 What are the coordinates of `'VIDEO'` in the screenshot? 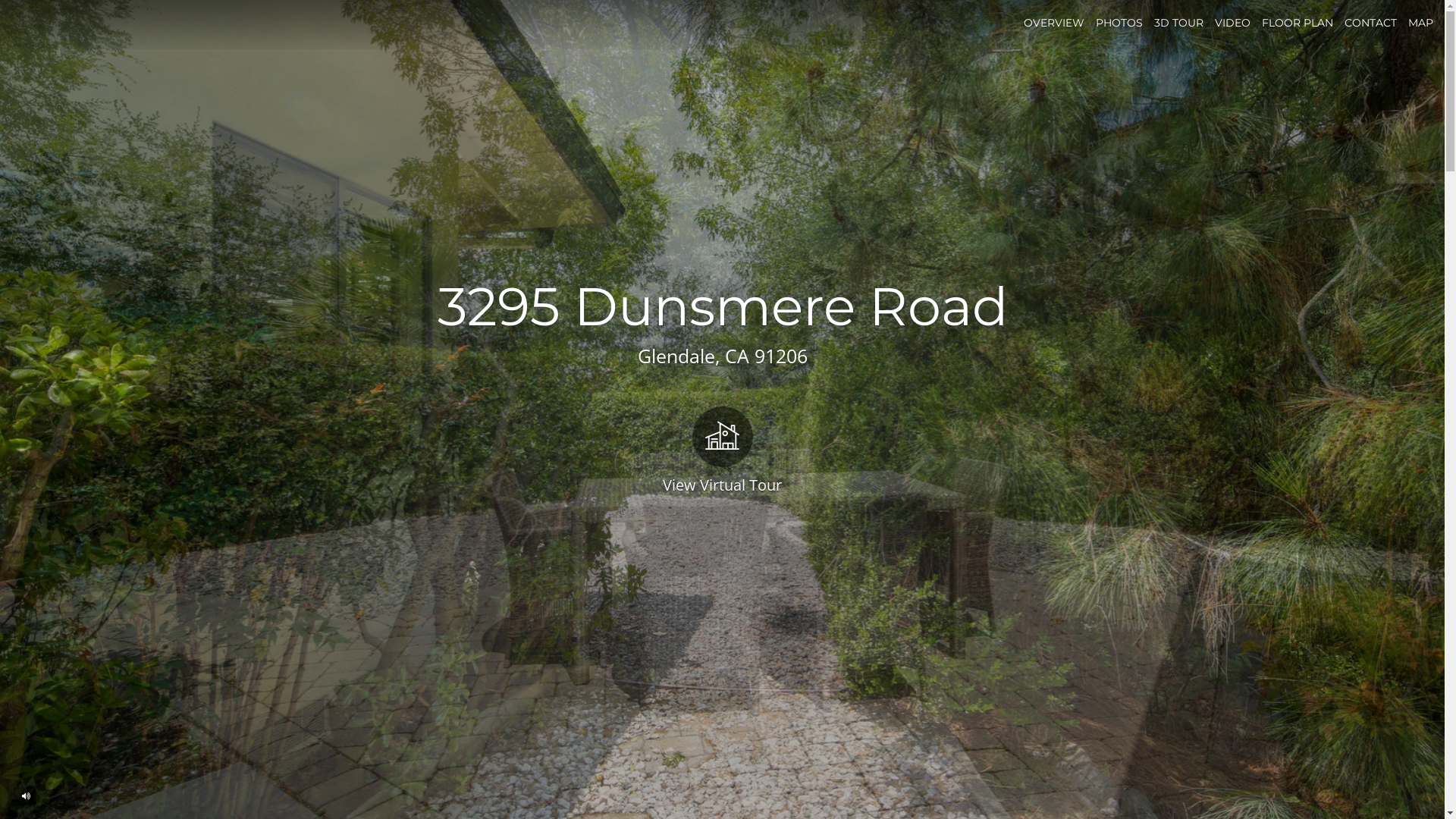 It's located at (1215, 23).